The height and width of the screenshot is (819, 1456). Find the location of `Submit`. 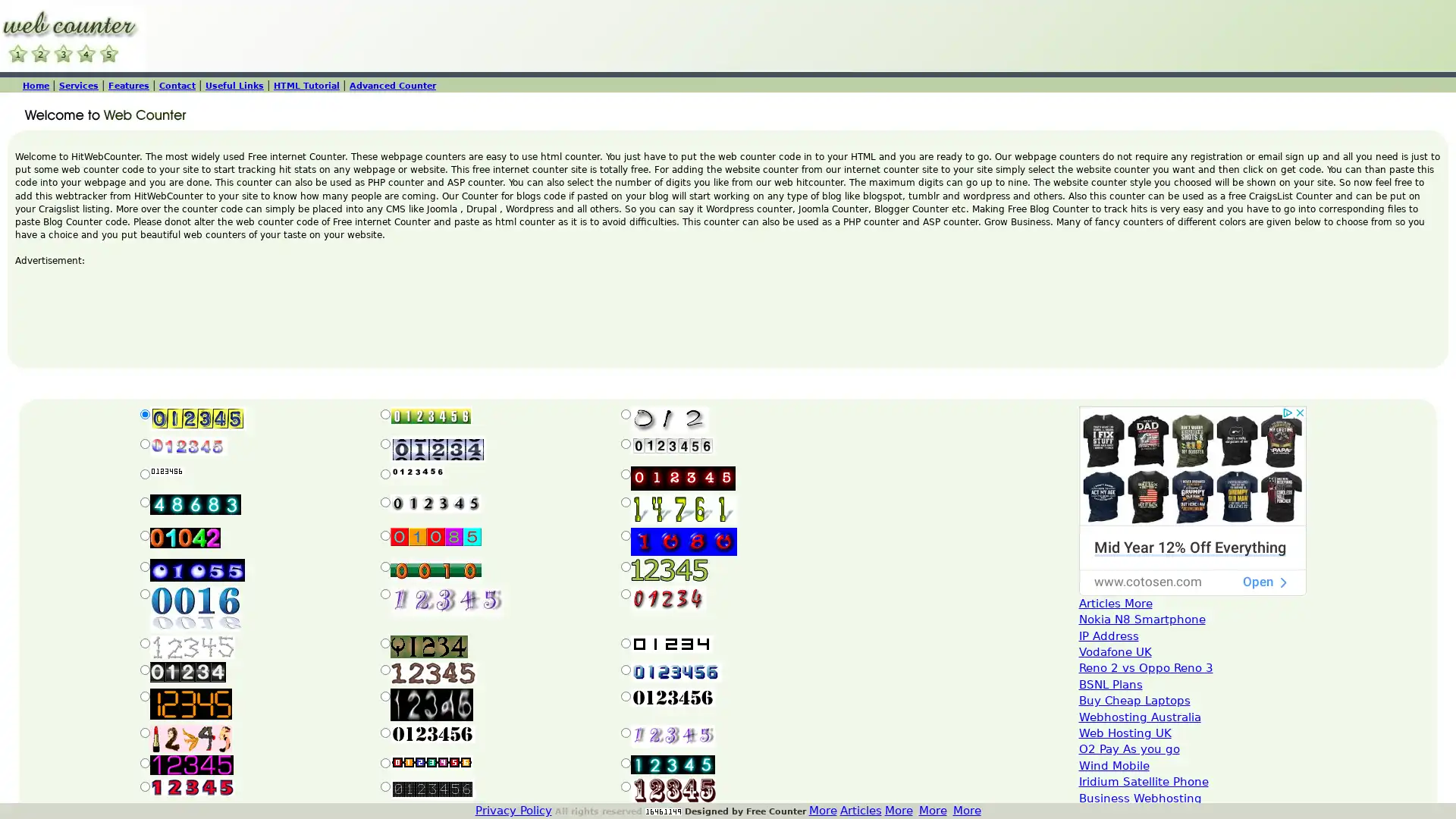

Submit is located at coordinates (435, 570).